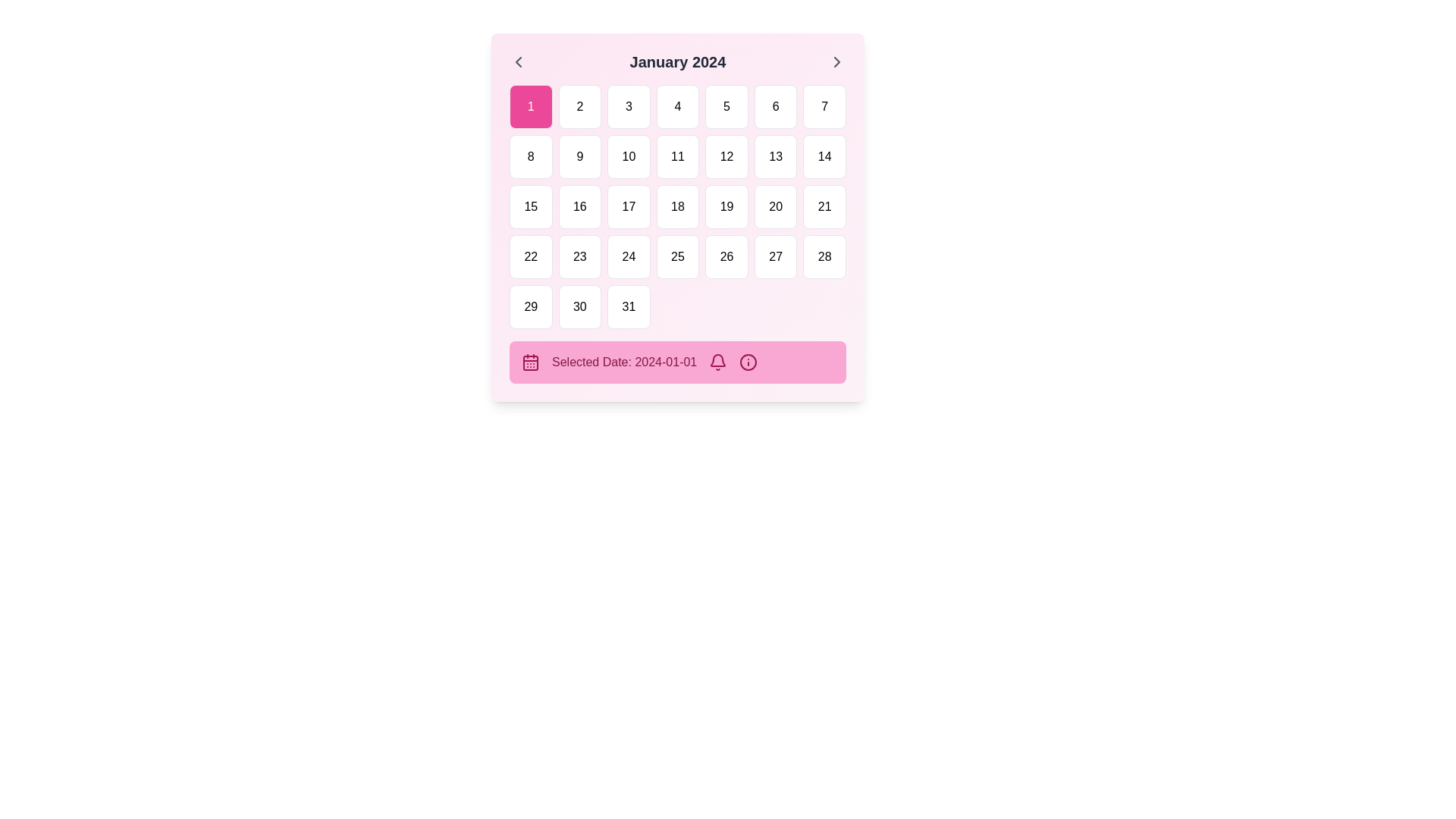 Image resolution: width=1456 pixels, height=819 pixels. What do you see at coordinates (776, 207) in the screenshot?
I see `the calendar day box representing the 20th day of the month` at bounding box center [776, 207].